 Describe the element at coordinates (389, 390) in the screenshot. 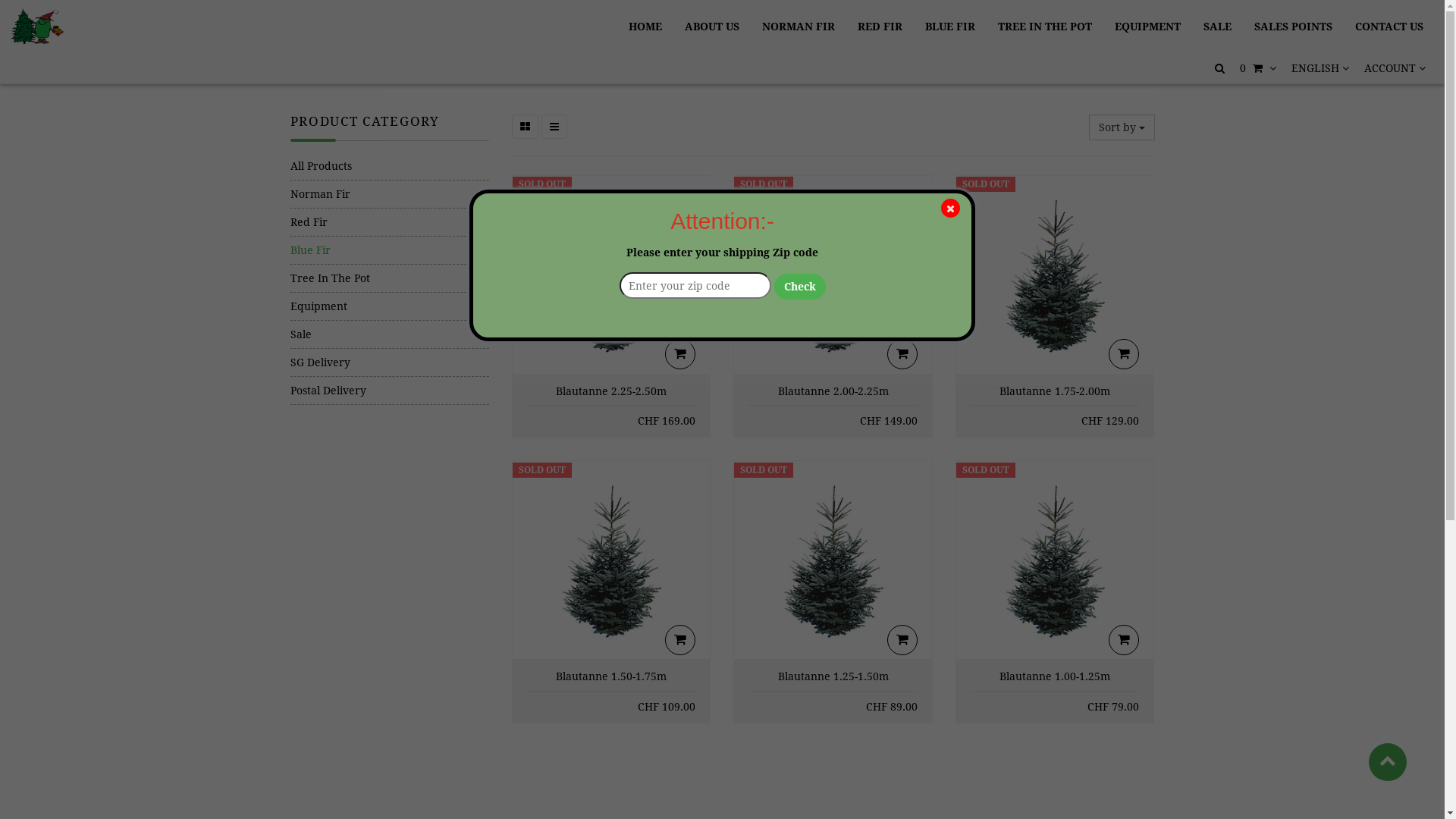

I see `'Postal Delivery'` at that location.